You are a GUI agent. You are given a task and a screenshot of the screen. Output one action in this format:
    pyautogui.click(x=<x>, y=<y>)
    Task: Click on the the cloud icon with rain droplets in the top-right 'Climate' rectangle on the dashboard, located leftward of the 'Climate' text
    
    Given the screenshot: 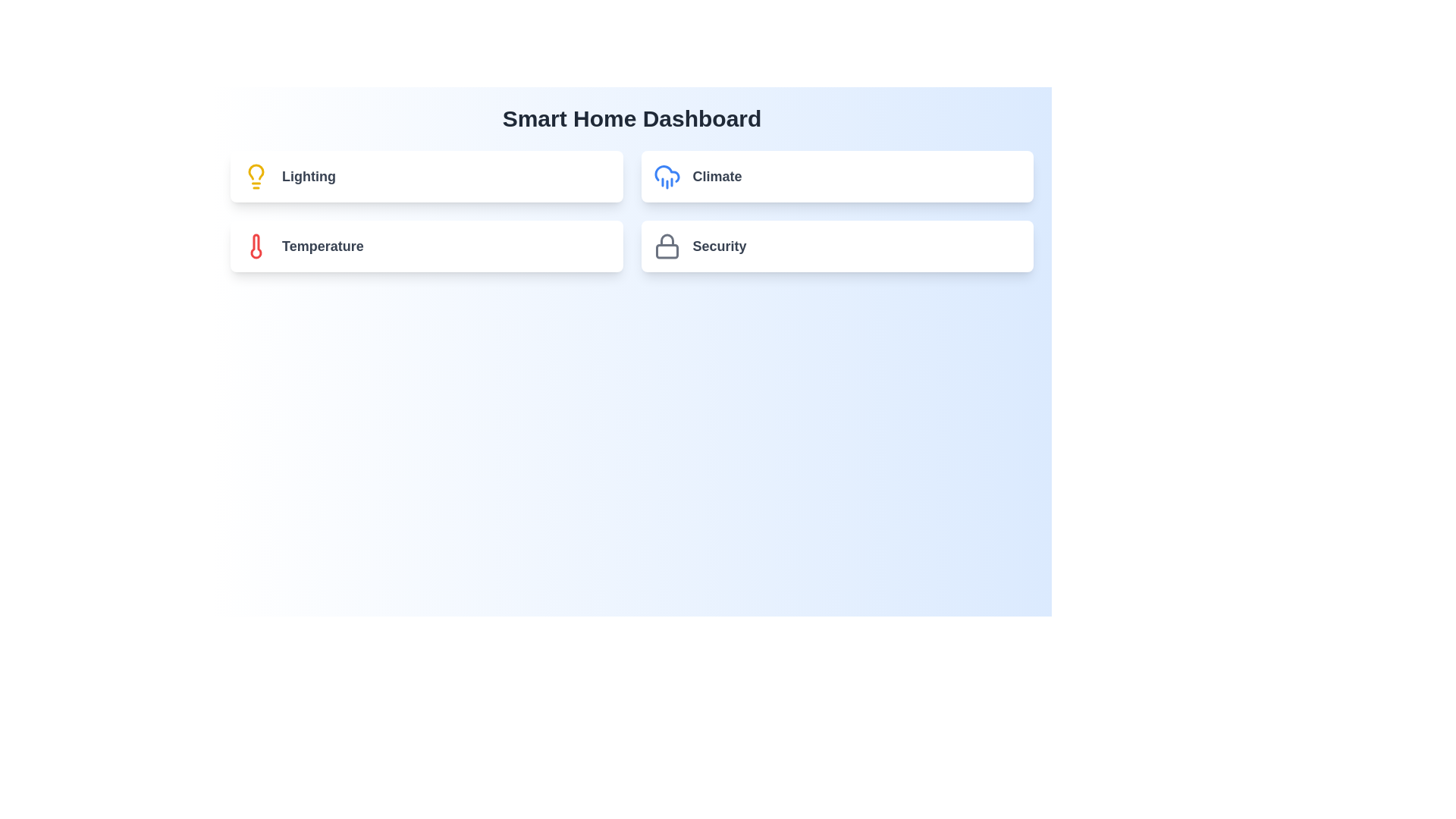 What is the action you would take?
    pyautogui.click(x=667, y=175)
    